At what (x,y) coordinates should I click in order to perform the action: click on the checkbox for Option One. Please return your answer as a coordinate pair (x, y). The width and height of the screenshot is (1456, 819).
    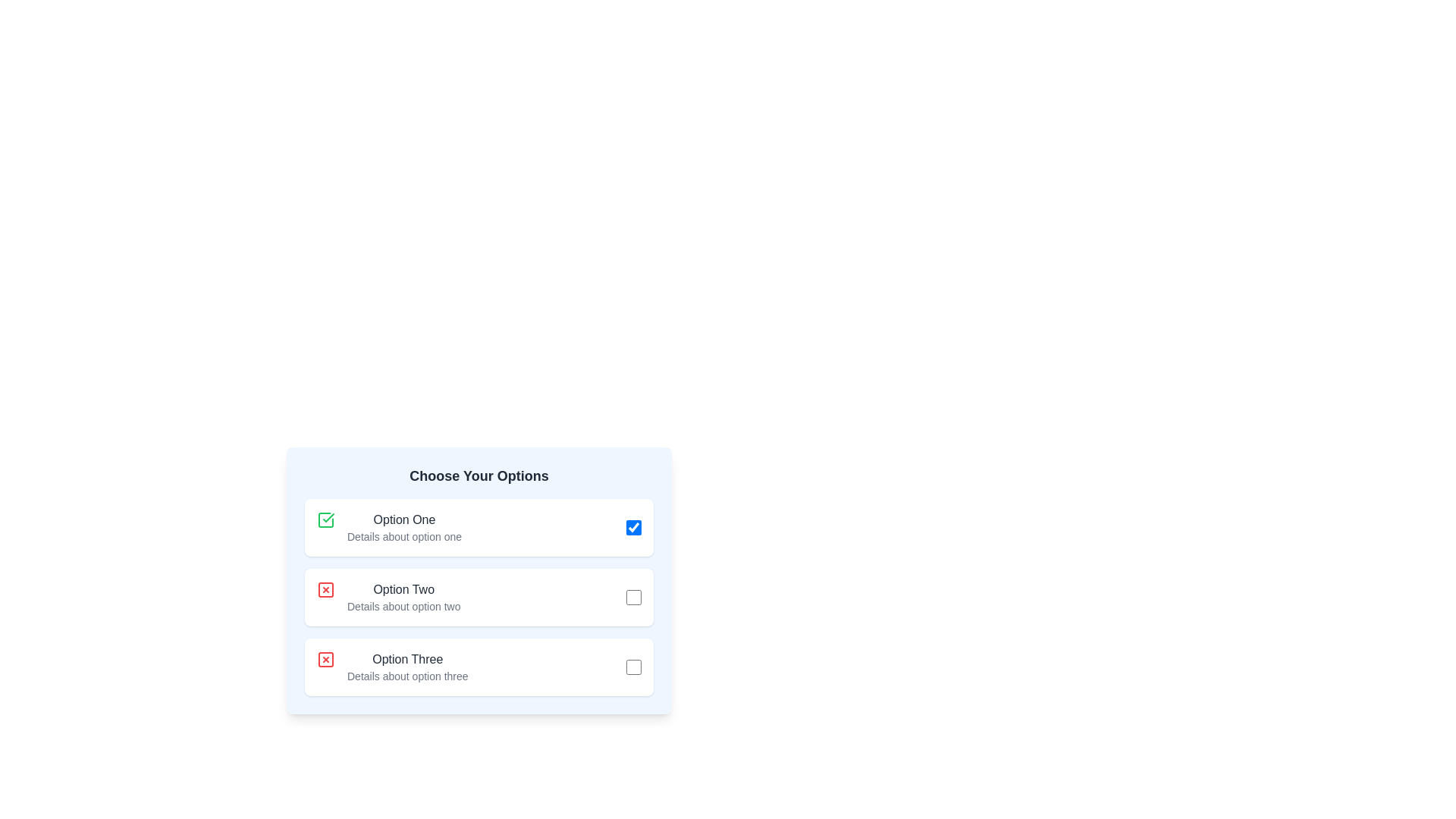
    Looking at the image, I should click on (633, 526).